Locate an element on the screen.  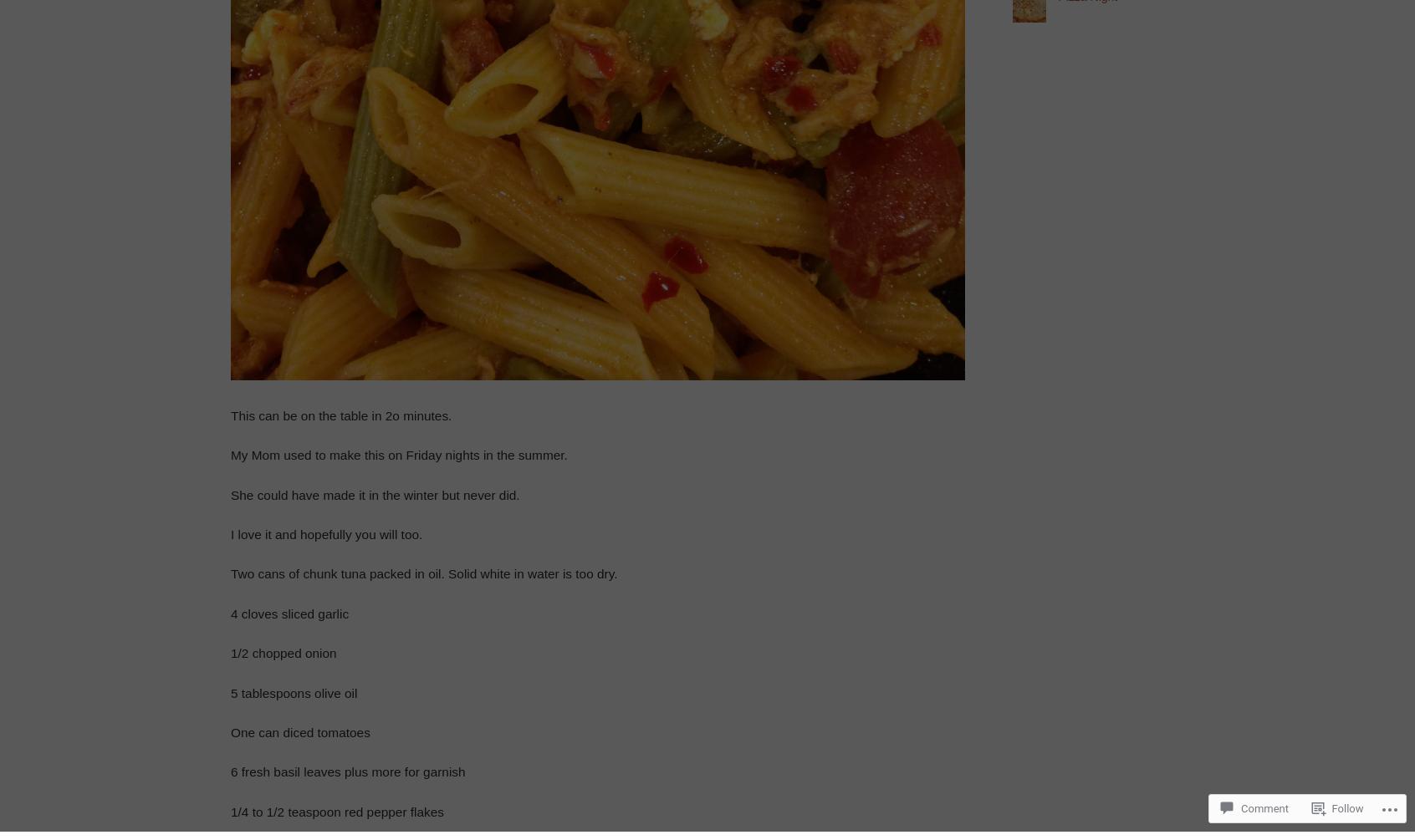
'1/2 chopped onion' is located at coordinates (283, 653).